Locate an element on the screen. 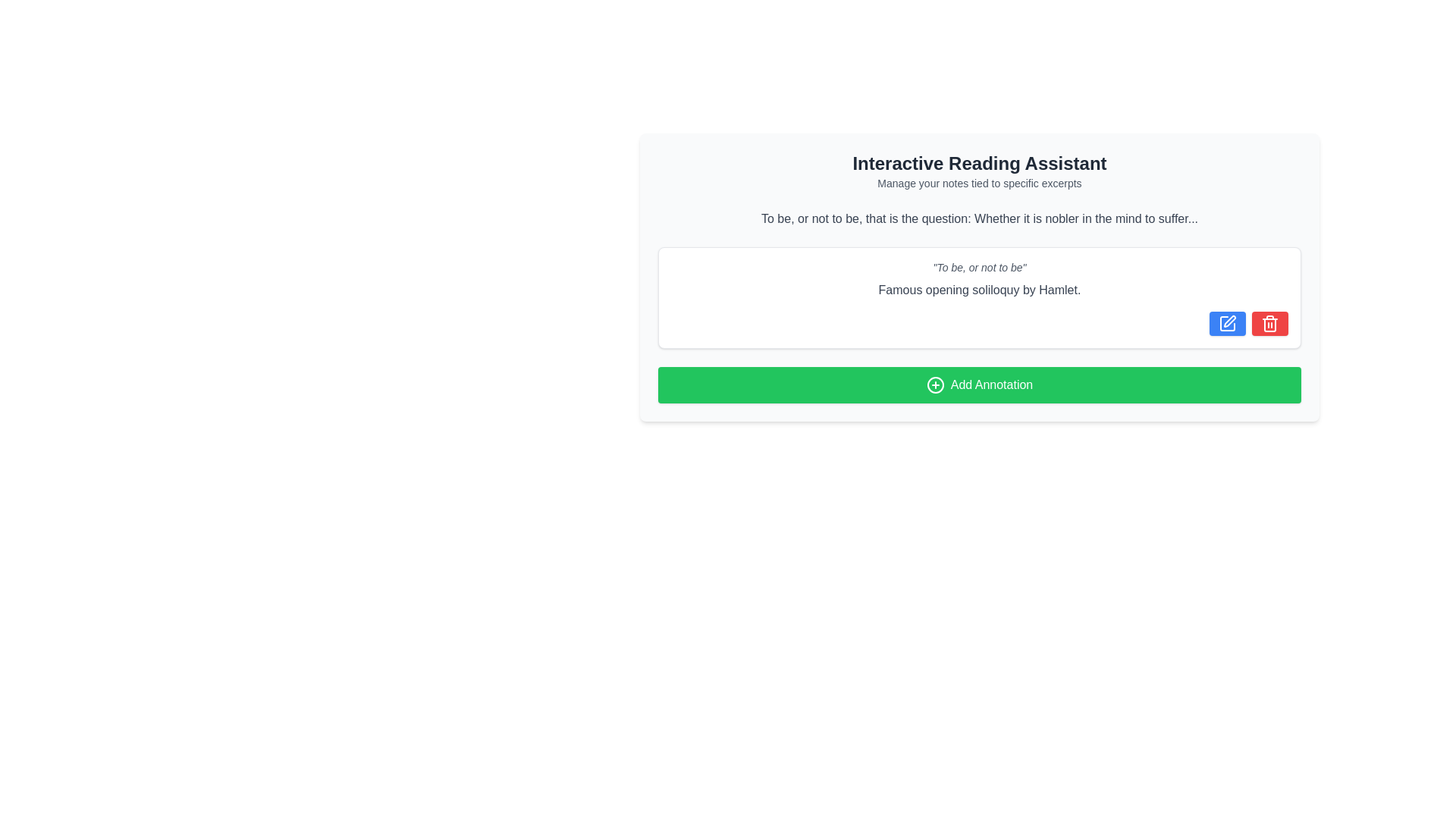 The height and width of the screenshot is (819, 1456). the text line positioned below the title 'Interactive Reading Assistant' and above a quote block is located at coordinates (979, 219).